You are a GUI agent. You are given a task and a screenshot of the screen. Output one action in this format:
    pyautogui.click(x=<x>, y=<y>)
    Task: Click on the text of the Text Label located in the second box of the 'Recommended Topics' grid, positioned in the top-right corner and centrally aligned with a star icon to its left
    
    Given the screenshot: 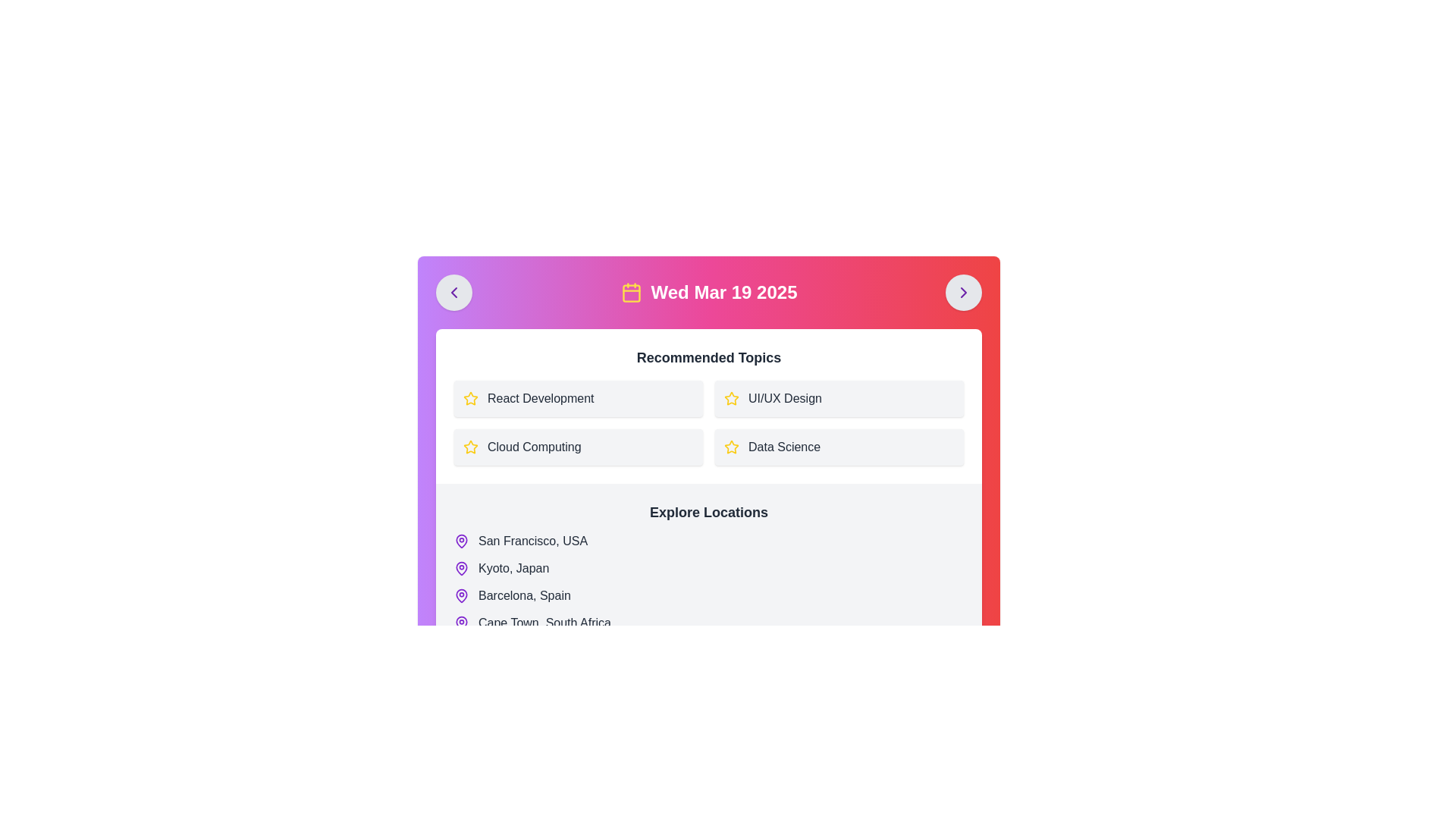 What is the action you would take?
    pyautogui.click(x=785, y=397)
    